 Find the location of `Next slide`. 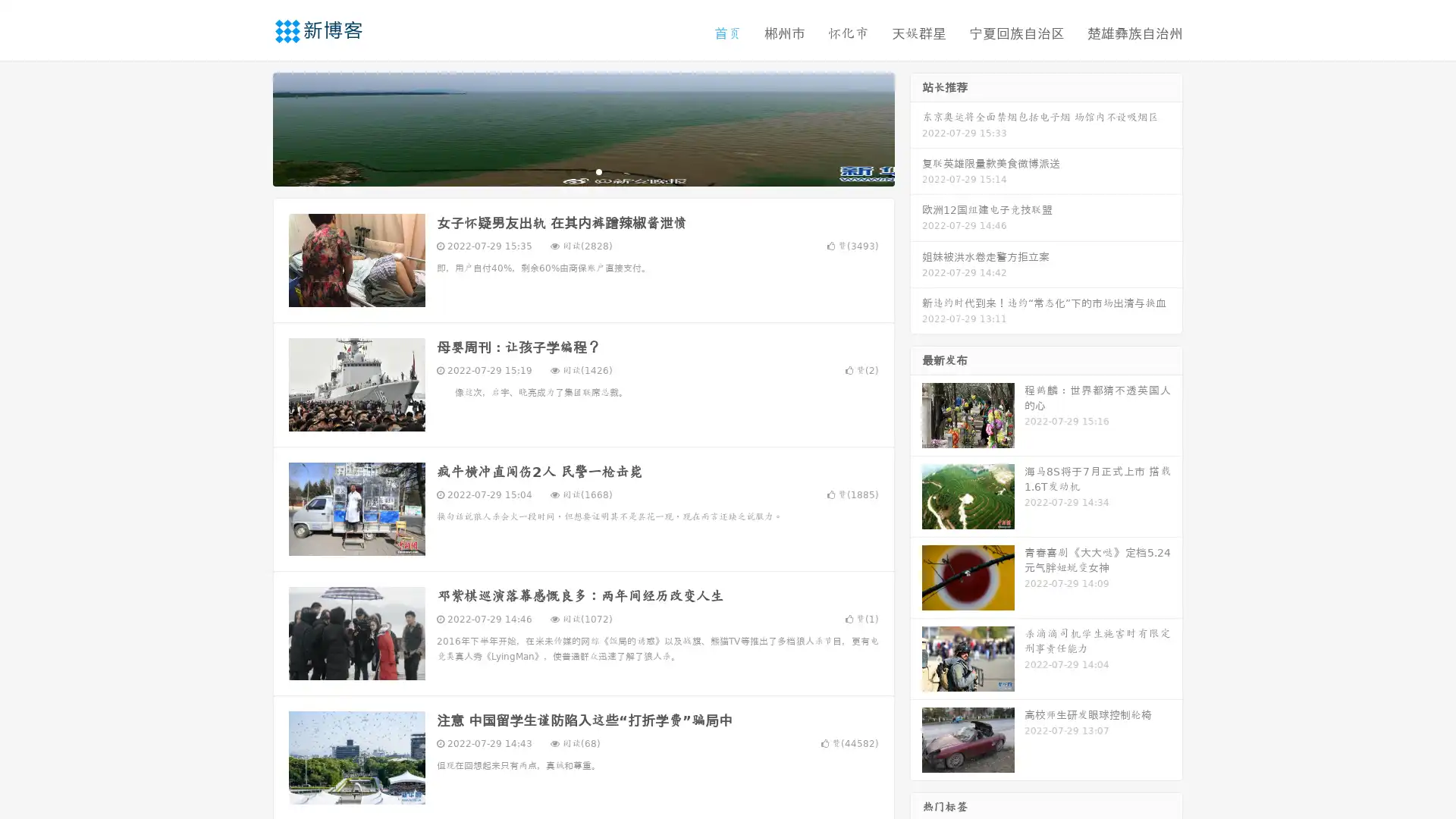

Next slide is located at coordinates (916, 127).